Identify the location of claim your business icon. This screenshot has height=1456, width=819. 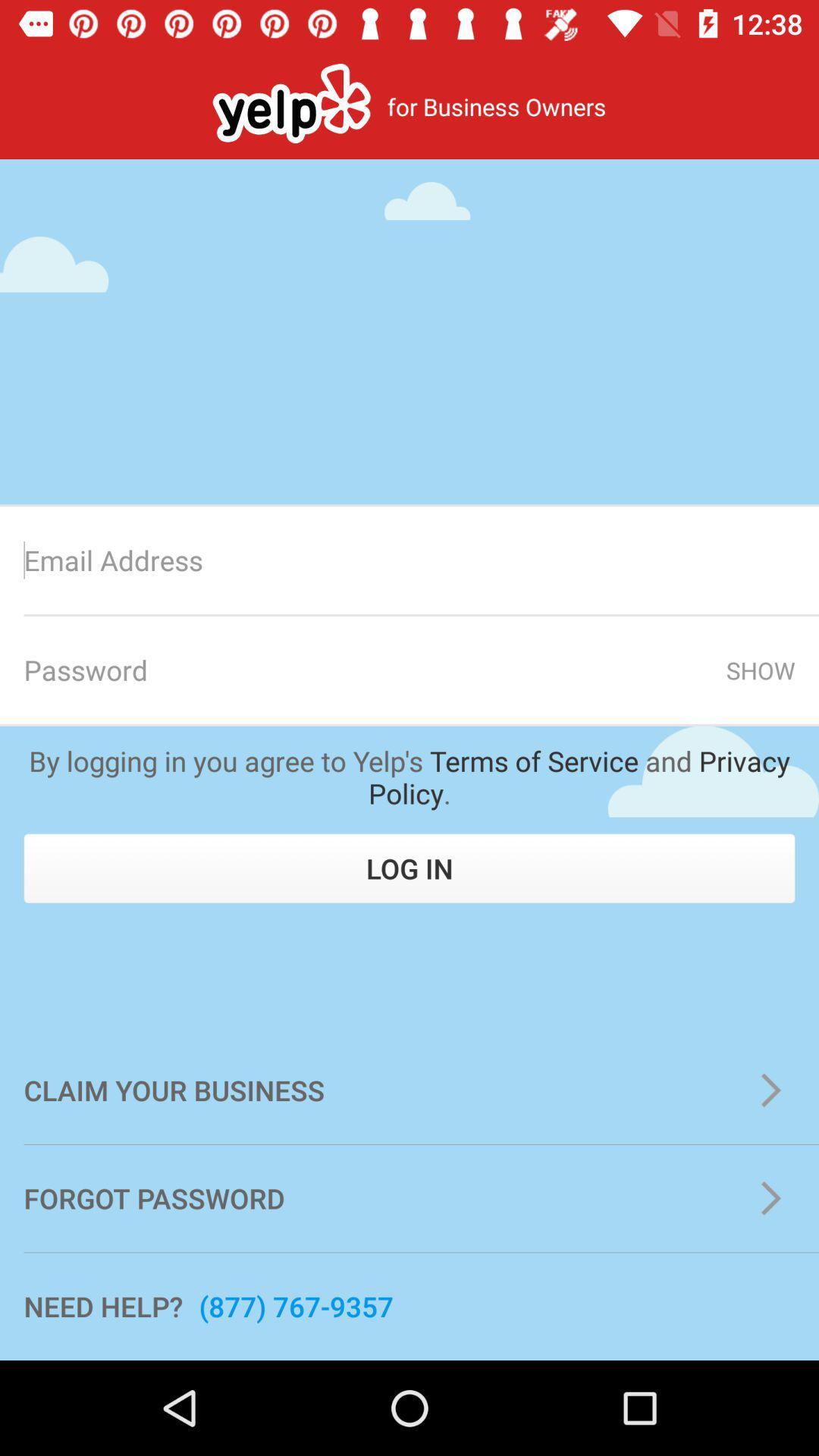
(409, 1090).